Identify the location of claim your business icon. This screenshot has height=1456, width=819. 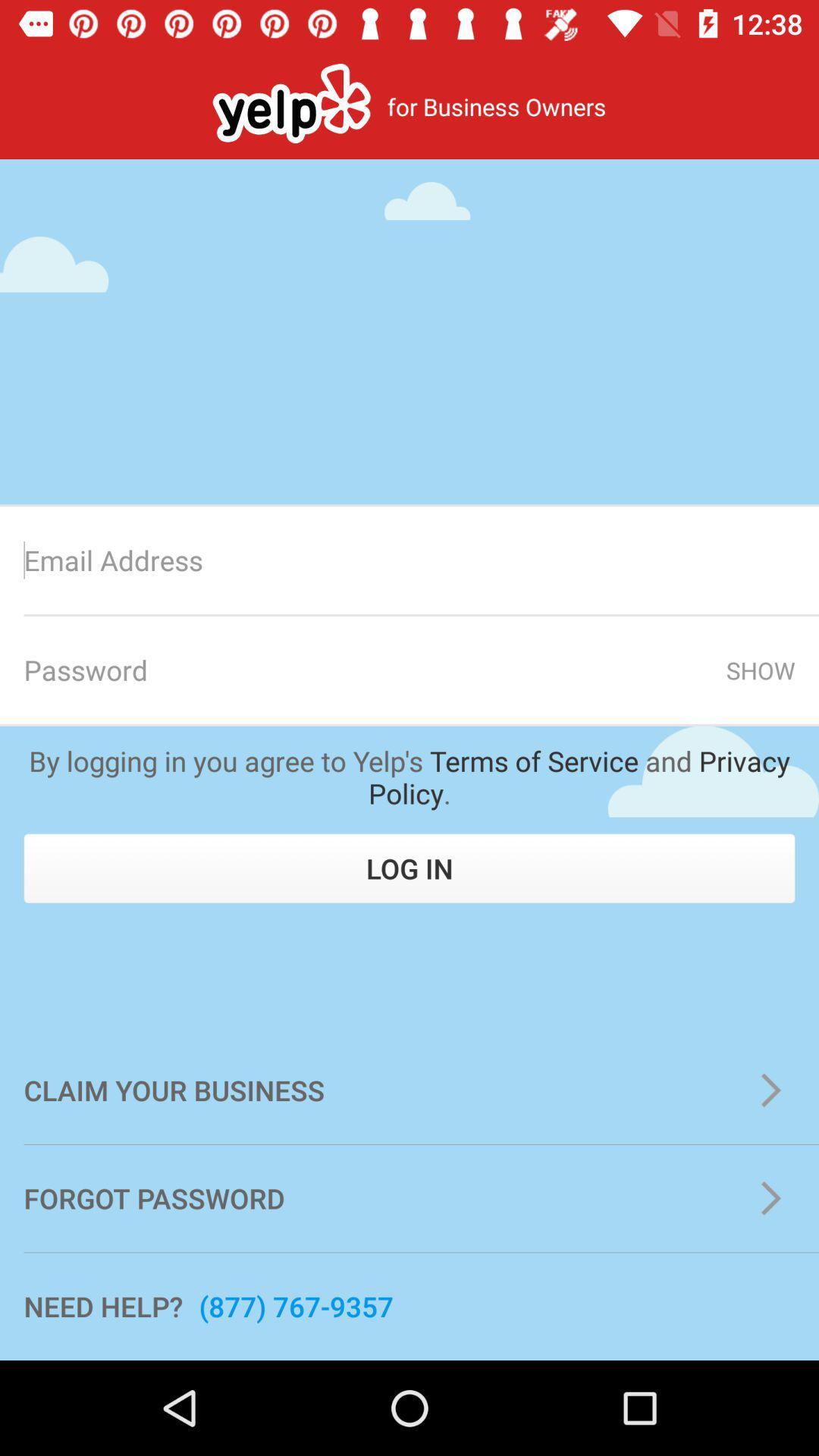
(409, 1090).